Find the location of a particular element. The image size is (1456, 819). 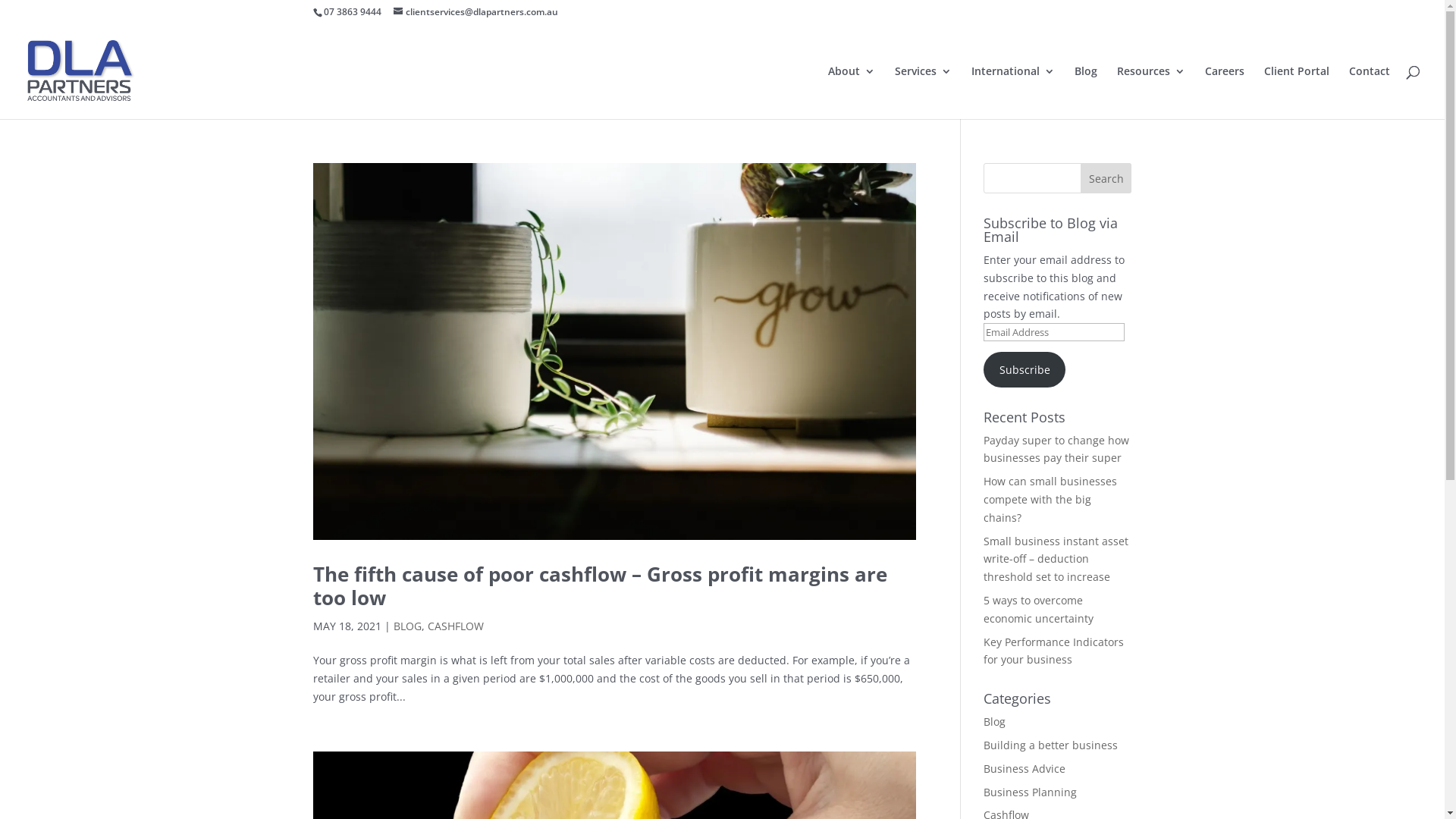

'BLOG' is located at coordinates (393, 626).